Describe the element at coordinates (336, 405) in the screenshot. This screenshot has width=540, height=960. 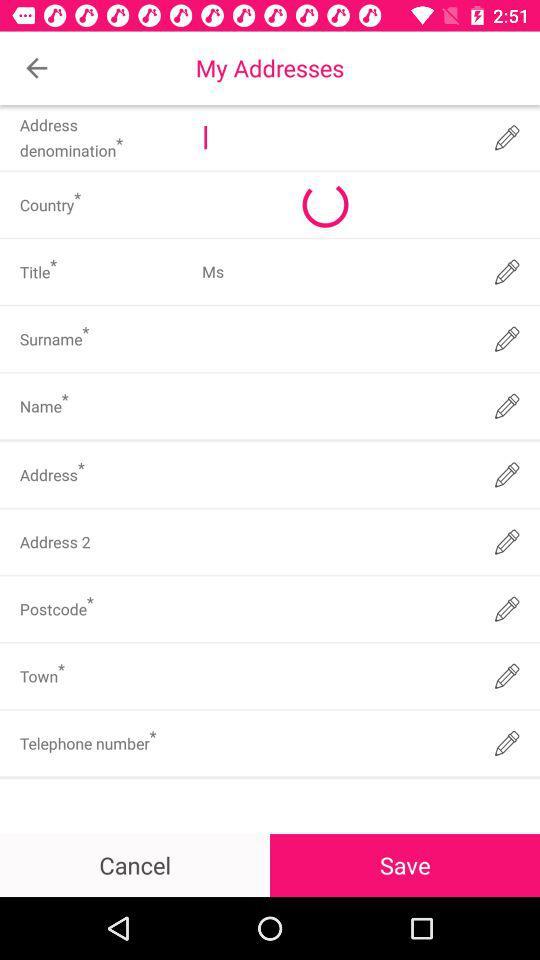
I see `a text field which is after name on a page` at that location.